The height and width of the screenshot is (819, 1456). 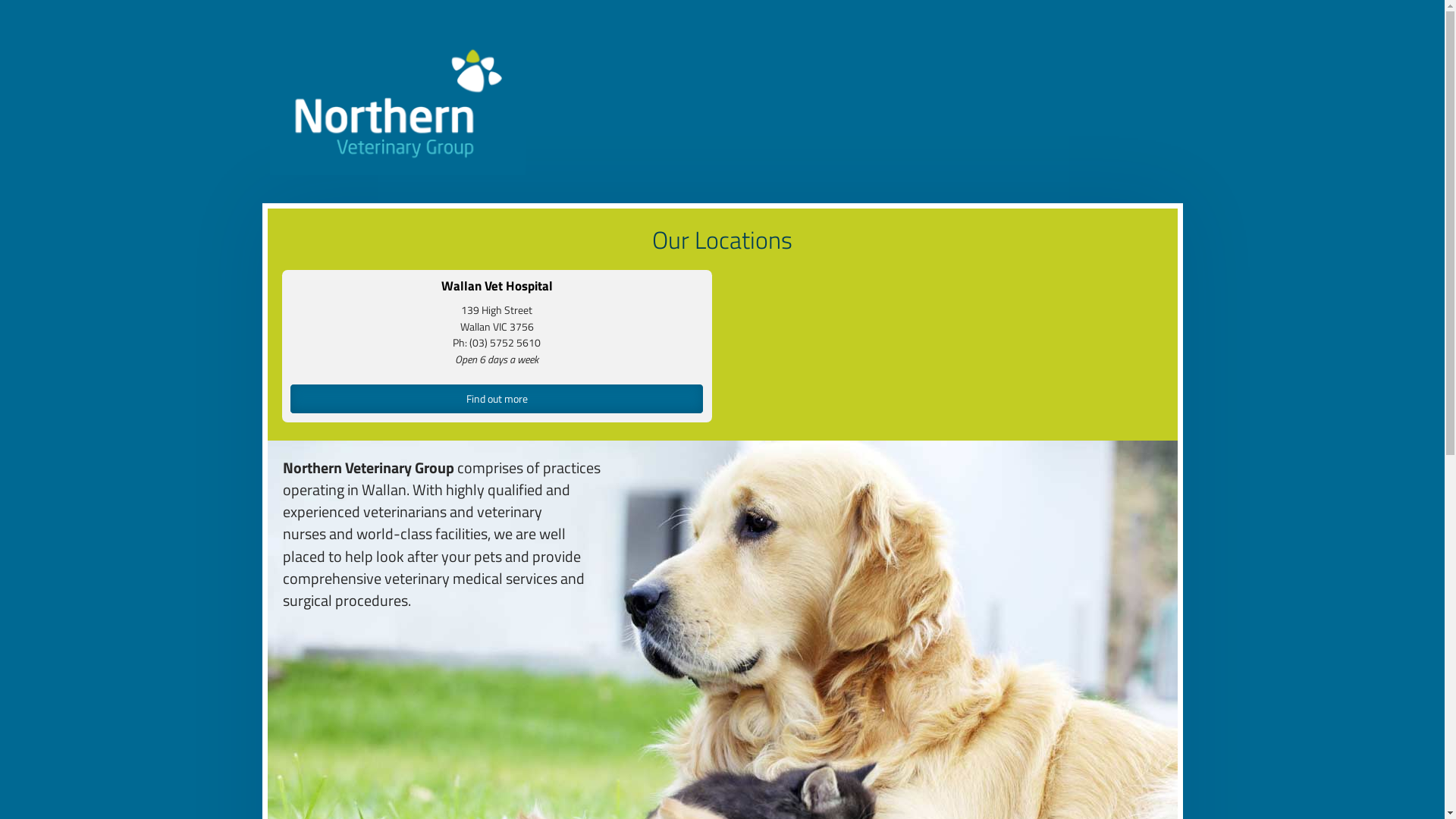 I want to click on 'Find out more', so click(x=496, y=397).